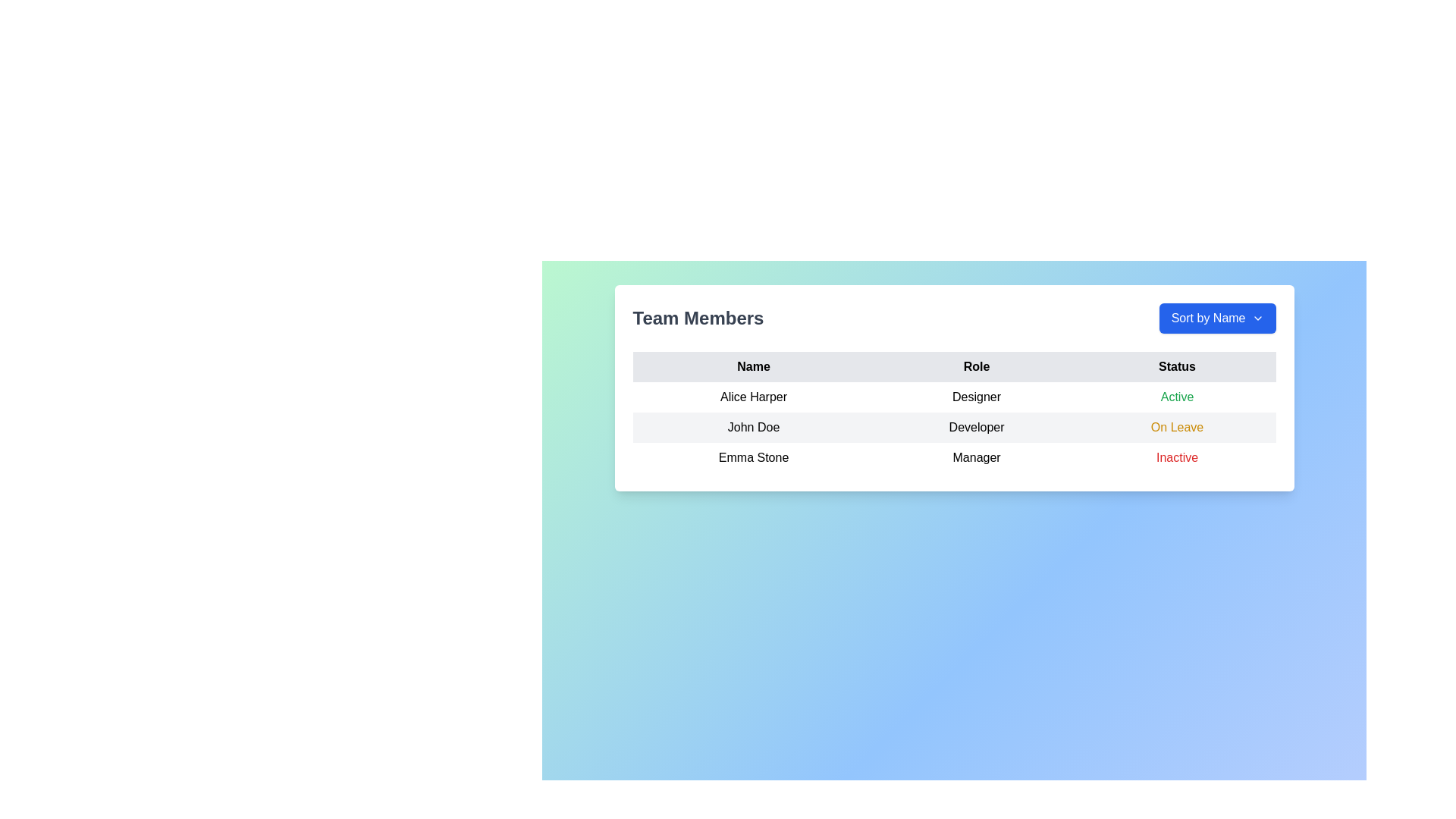 This screenshot has width=1456, height=819. Describe the element at coordinates (953, 427) in the screenshot. I see `the second row of the table displaying information about the team member 'John Doe', which includes the role 'Developer' and status 'On Leave'` at that location.